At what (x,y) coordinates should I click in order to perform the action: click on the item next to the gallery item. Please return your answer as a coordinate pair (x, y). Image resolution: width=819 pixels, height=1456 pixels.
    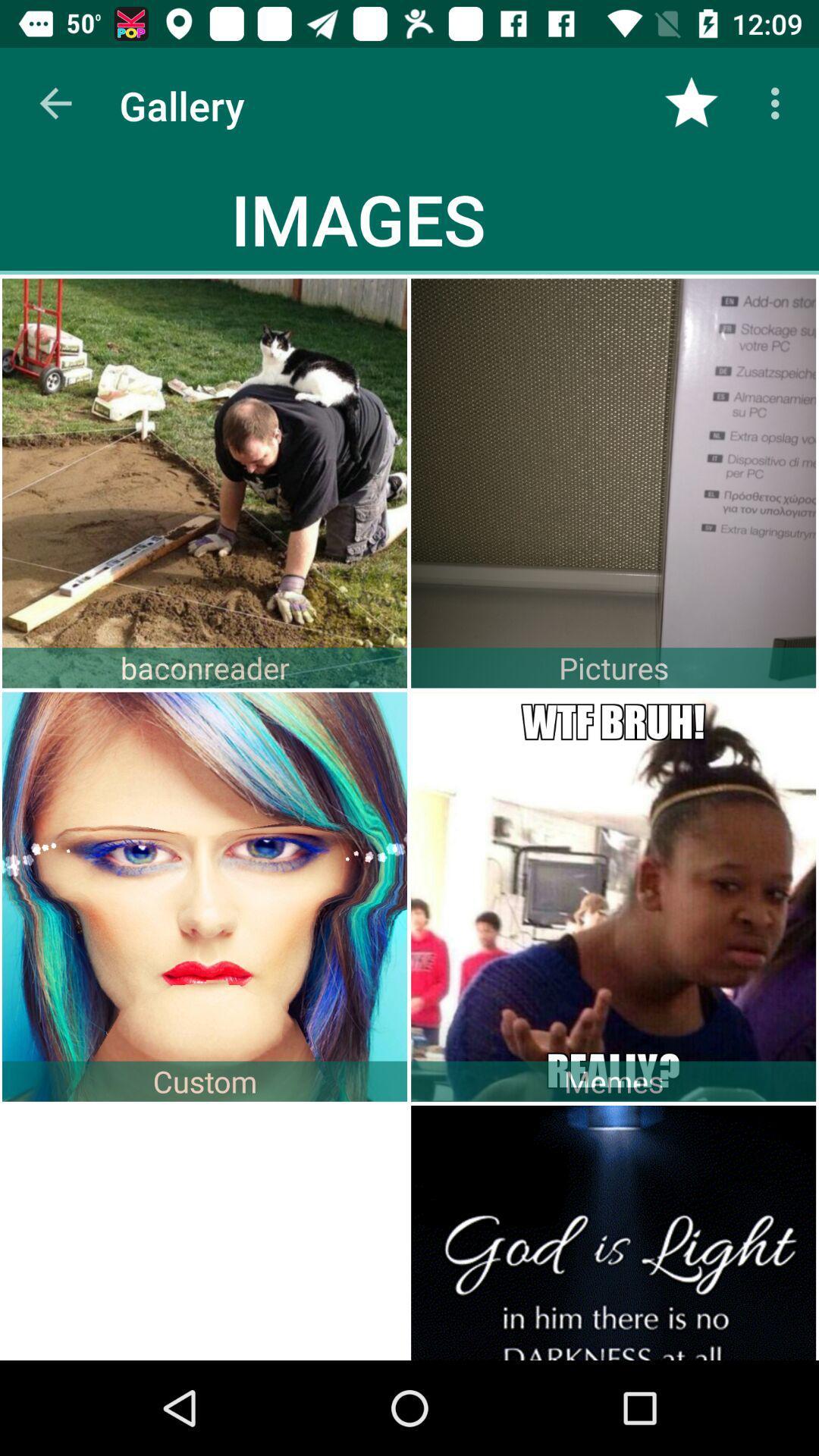
    Looking at the image, I should click on (55, 102).